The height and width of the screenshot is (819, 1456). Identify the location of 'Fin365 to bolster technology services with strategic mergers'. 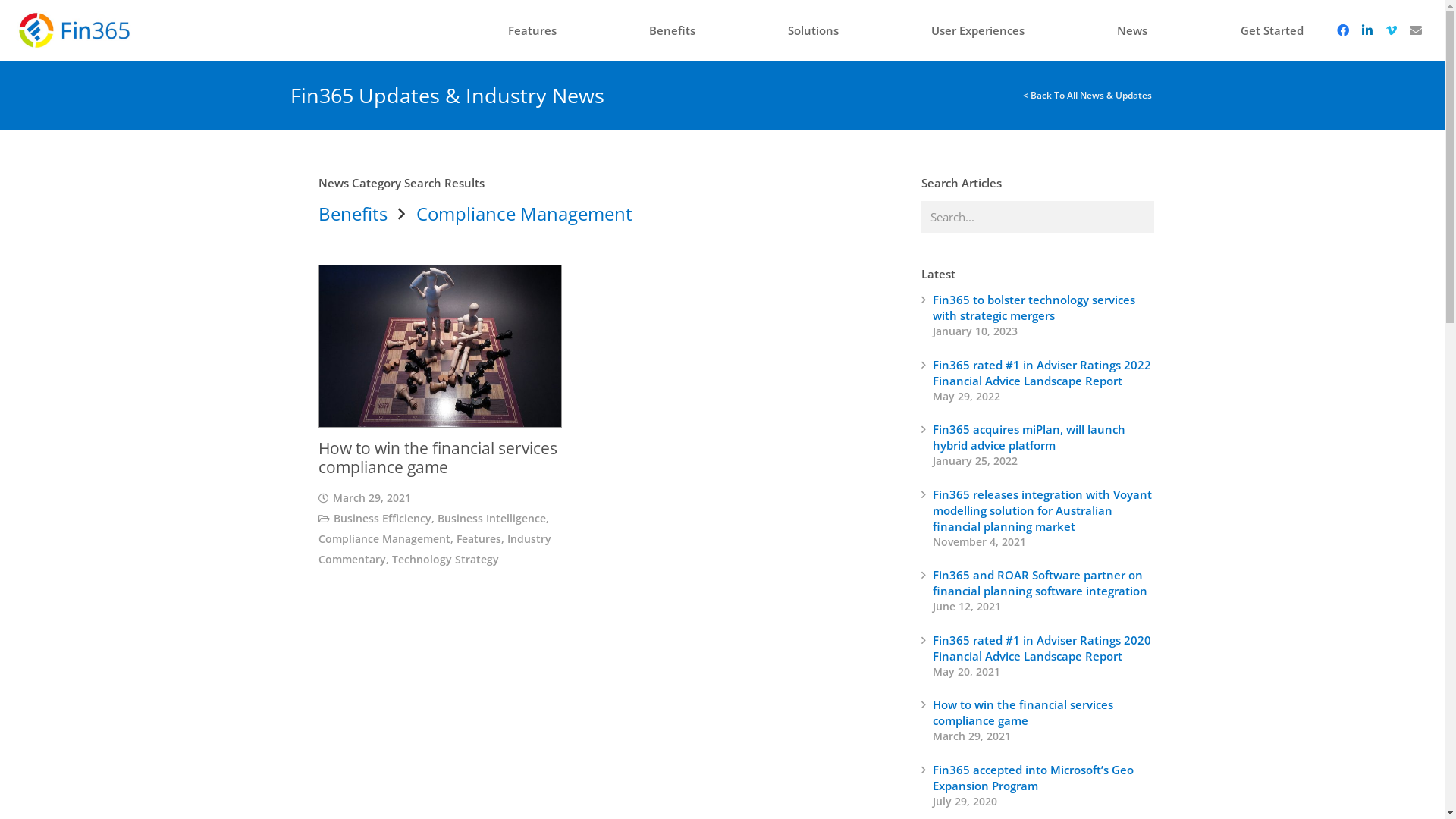
(1033, 307).